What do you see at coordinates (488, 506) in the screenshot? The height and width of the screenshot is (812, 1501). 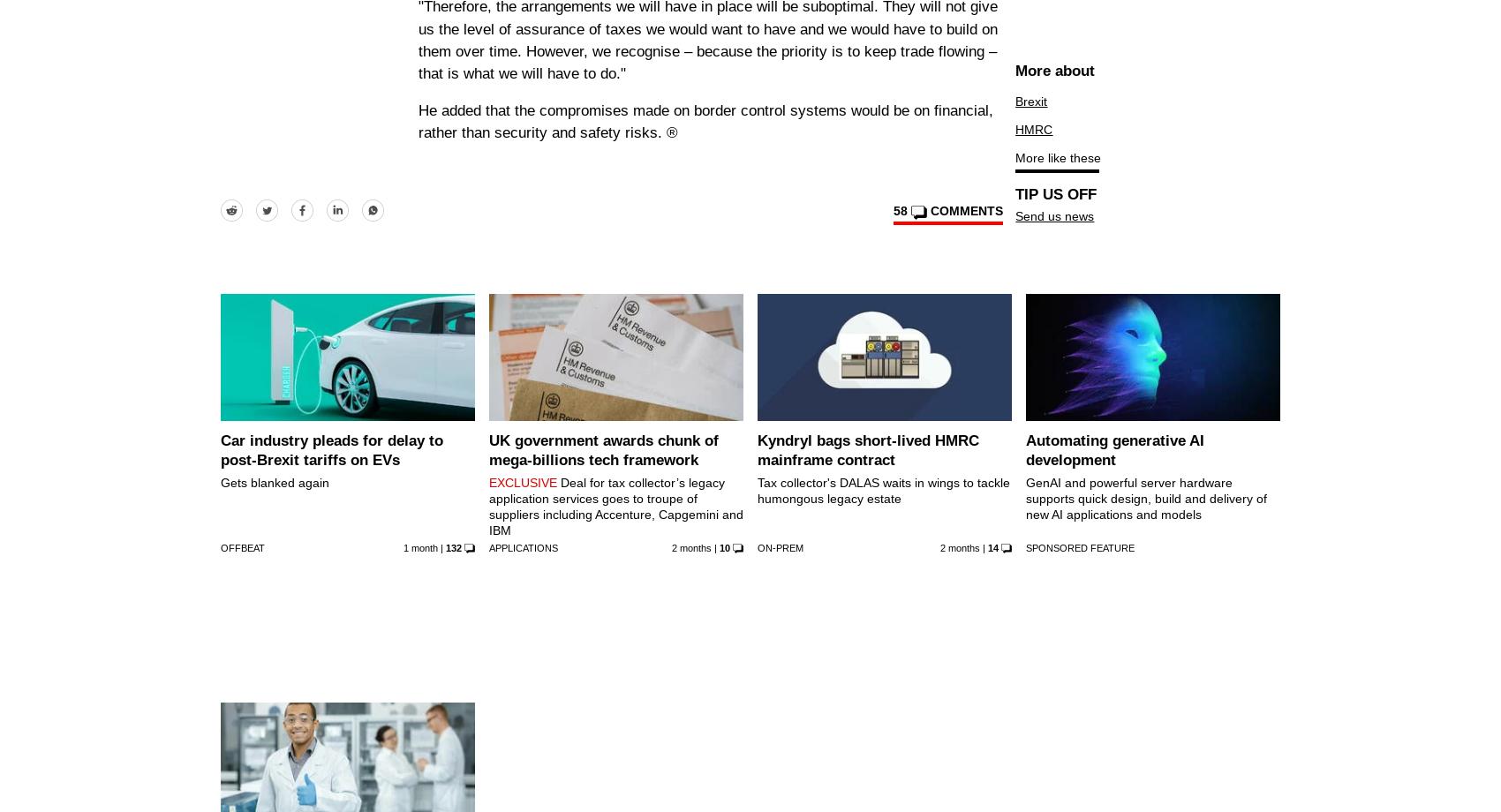 I see `'Deal for tax collector’s legacy application services goes to troupe of suppliers including Accenture, Capgemini and IBM'` at bounding box center [488, 506].